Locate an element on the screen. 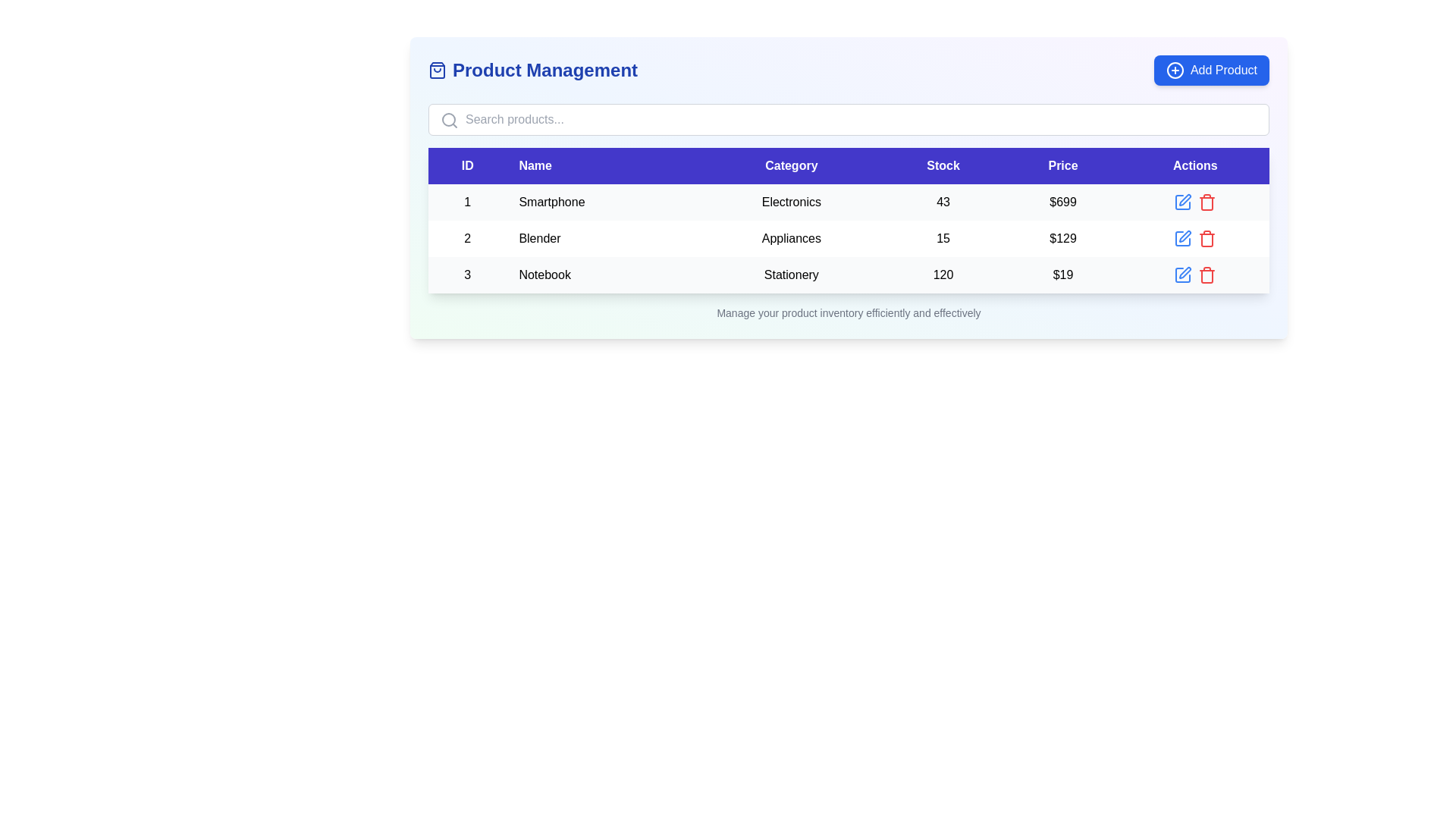 The height and width of the screenshot is (819, 1456). the inactive gray magnifying glass icon located inside the search bar, positioned to the left of the input field for typing queries is located at coordinates (449, 119).